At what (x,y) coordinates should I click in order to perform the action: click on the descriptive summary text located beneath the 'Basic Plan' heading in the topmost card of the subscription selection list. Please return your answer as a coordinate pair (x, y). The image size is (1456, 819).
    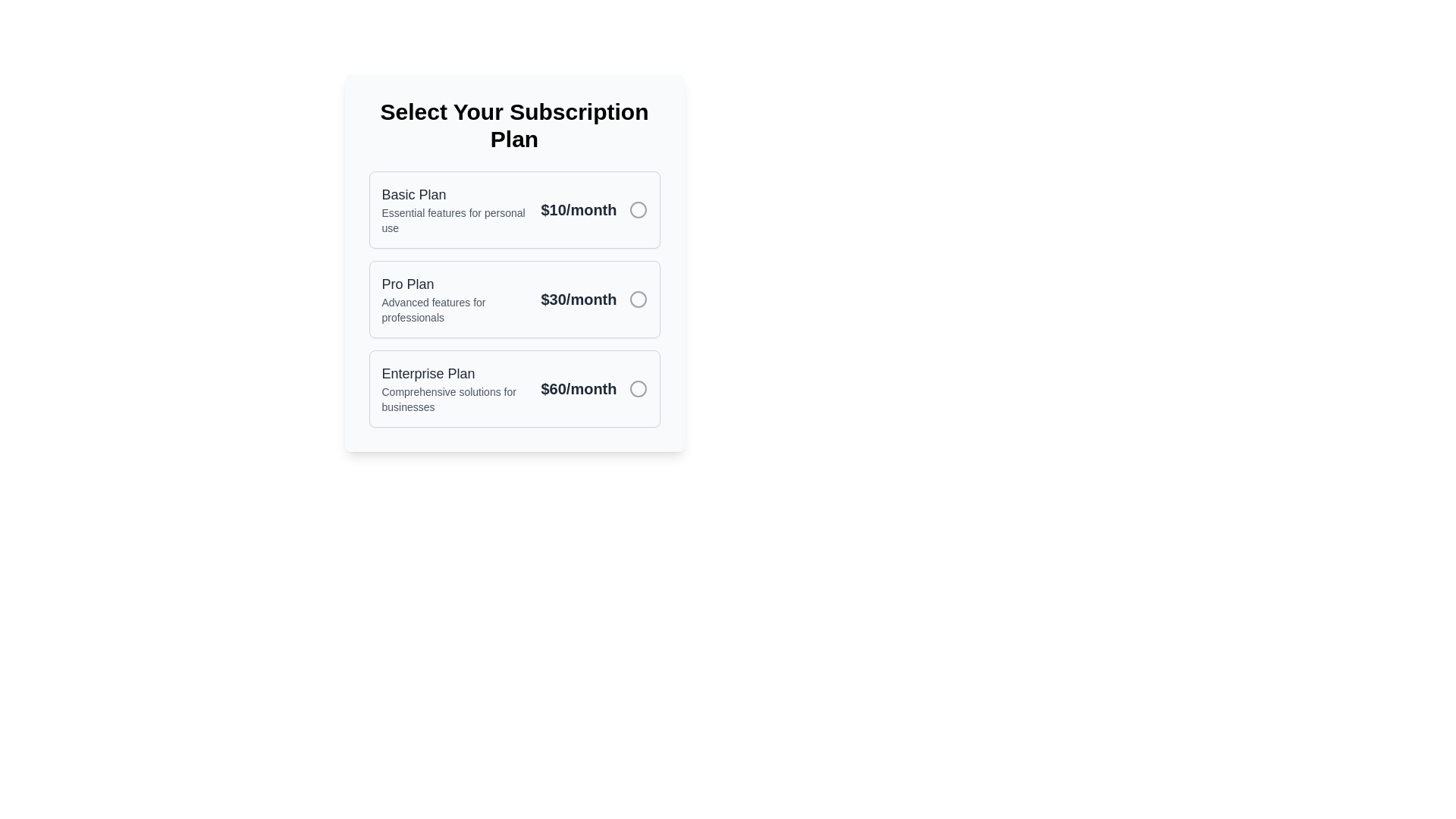
    Looking at the image, I should click on (454, 220).